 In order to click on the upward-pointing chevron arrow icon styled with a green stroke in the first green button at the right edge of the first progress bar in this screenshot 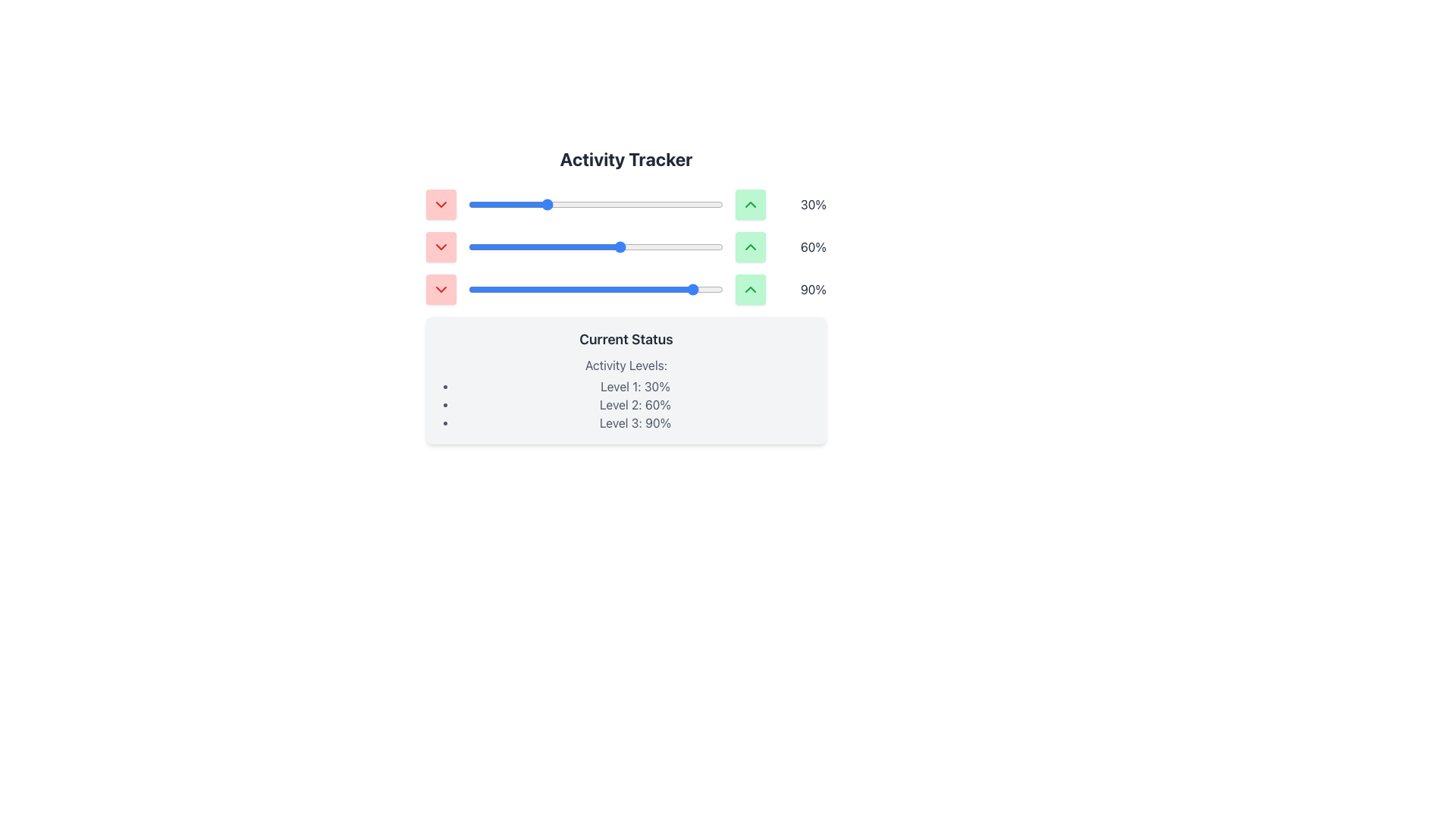, I will do `click(750, 205)`.